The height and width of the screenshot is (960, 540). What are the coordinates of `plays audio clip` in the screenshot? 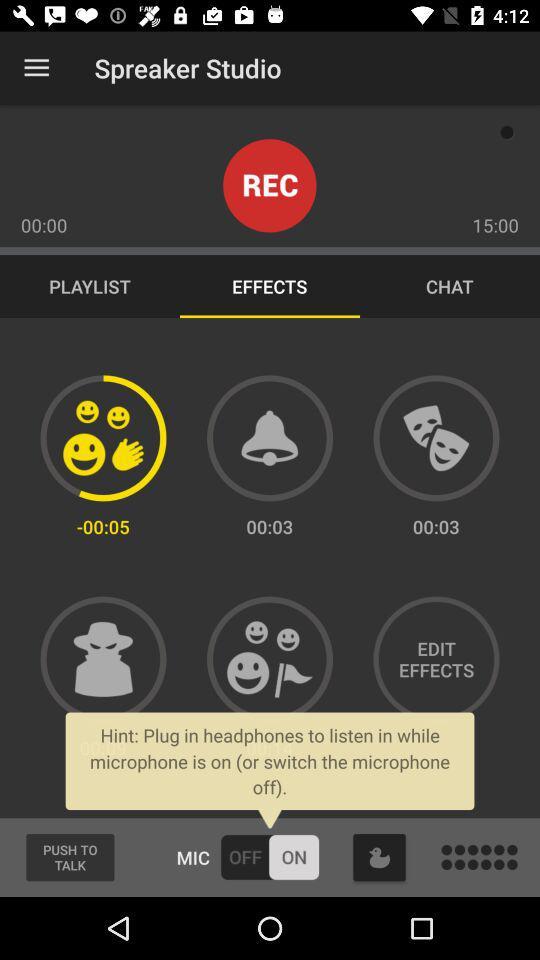 It's located at (435, 438).